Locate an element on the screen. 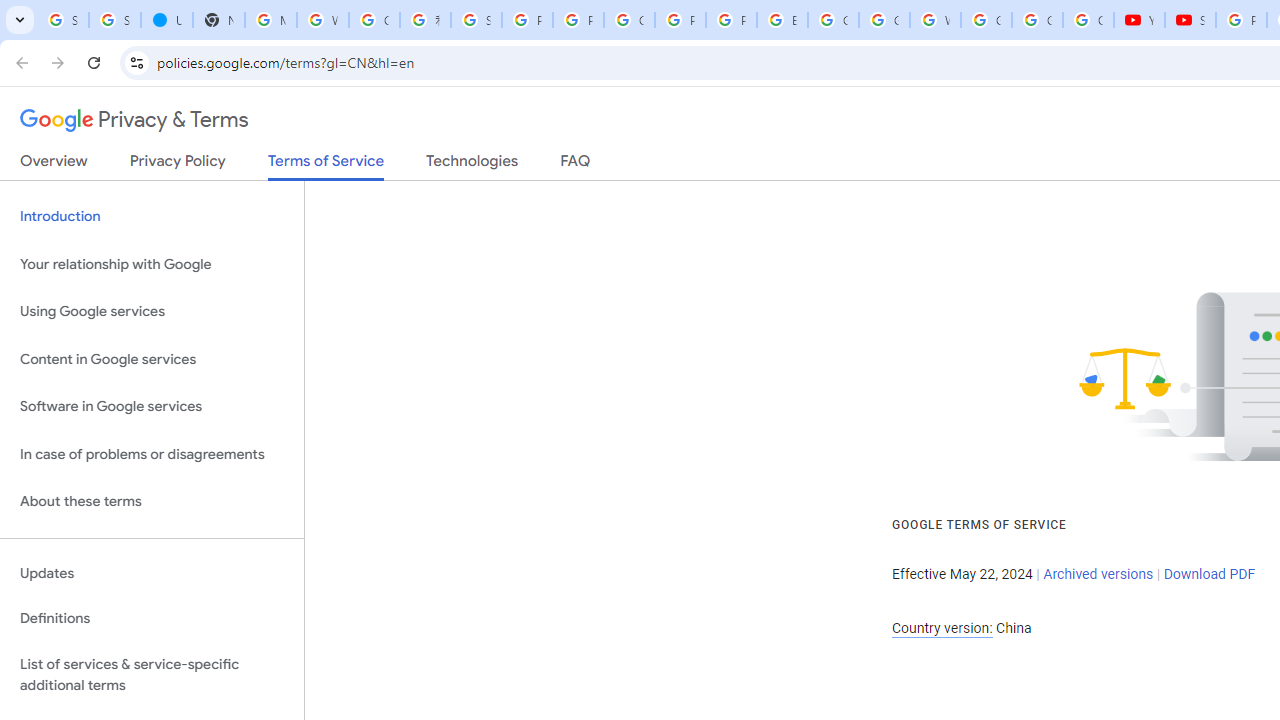 The width and height of the screenshot is (1280, 720). 'Sign in - Google Accounts' is located at coordinates (113, 20).